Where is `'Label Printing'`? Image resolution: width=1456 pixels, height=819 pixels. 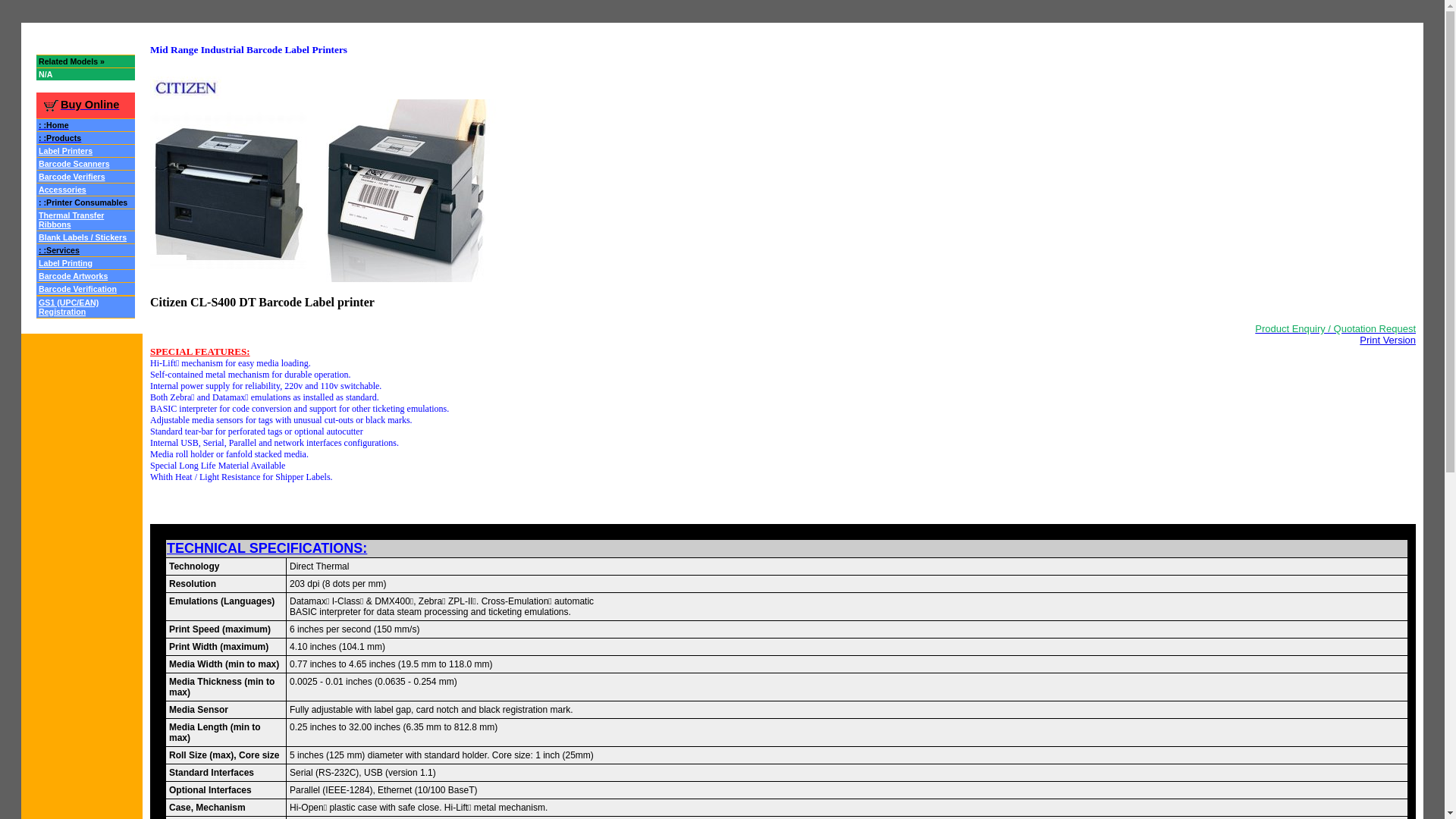 'Label Printing' is located at coordinates (64, 261).